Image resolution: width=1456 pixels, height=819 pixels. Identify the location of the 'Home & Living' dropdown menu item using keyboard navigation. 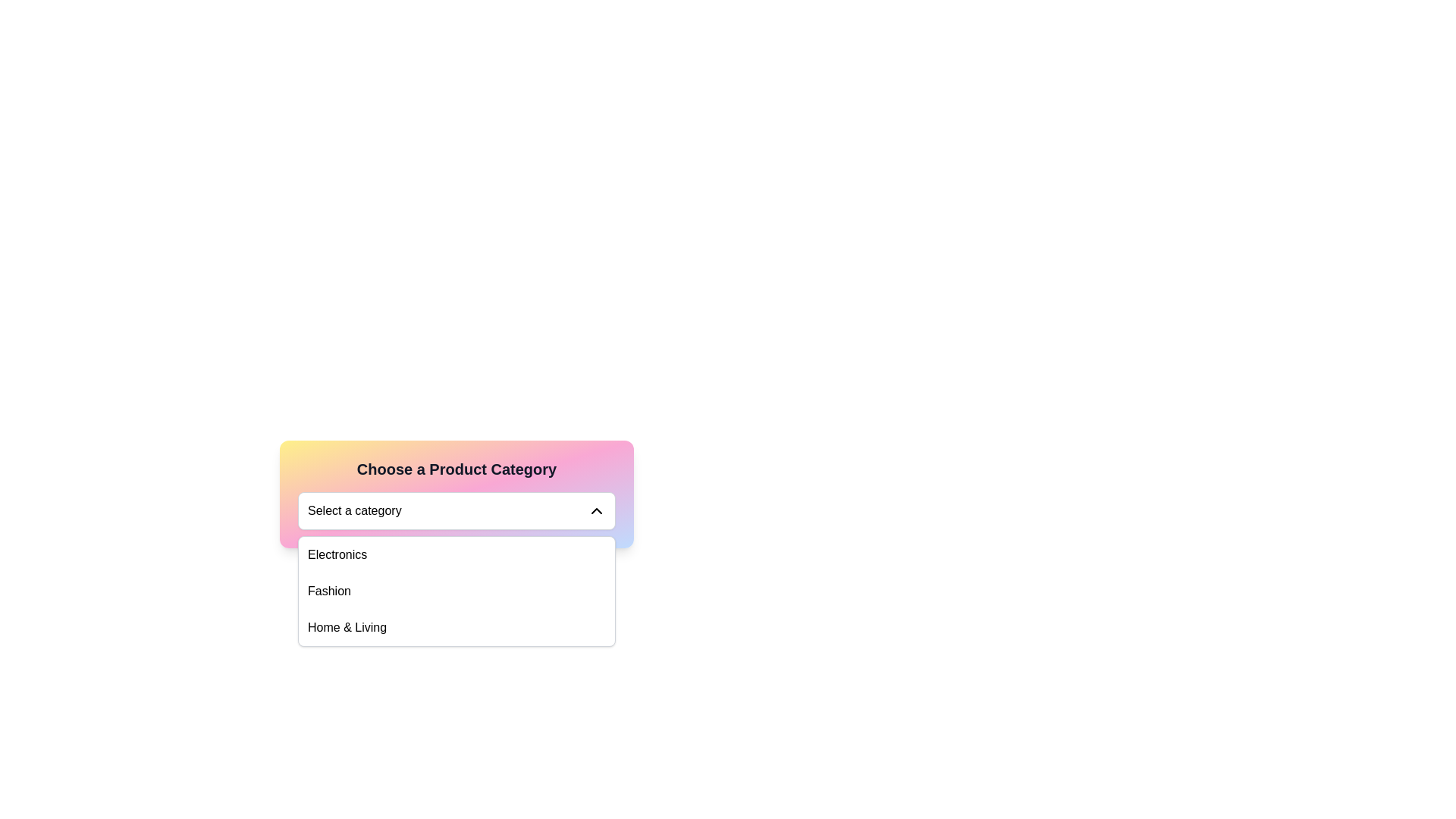
(456, 628).